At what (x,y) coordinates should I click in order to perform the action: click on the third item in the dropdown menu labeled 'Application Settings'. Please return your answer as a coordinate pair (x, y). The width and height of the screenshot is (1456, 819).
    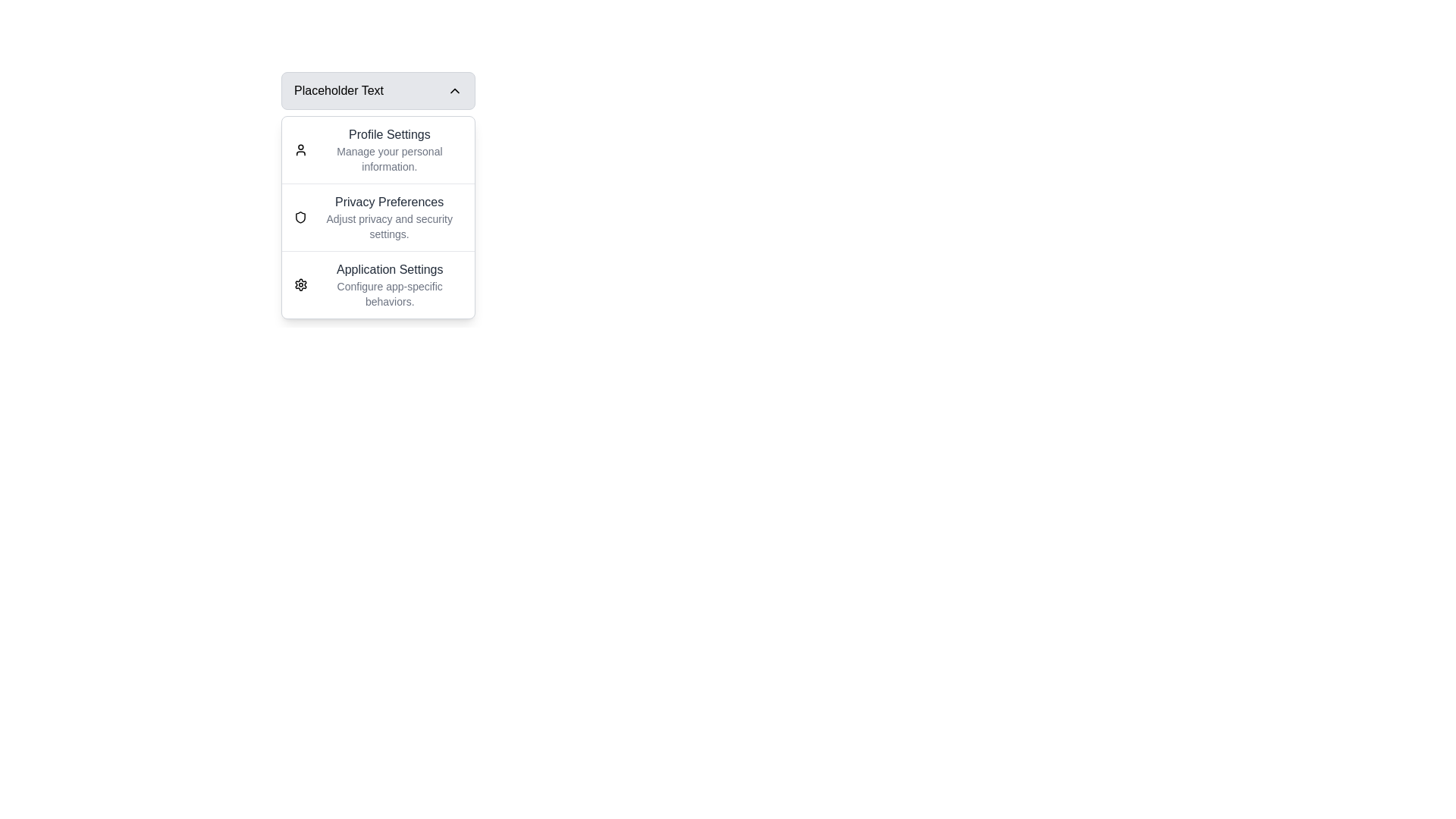
    Looking at the image, I should click on (378, 284).